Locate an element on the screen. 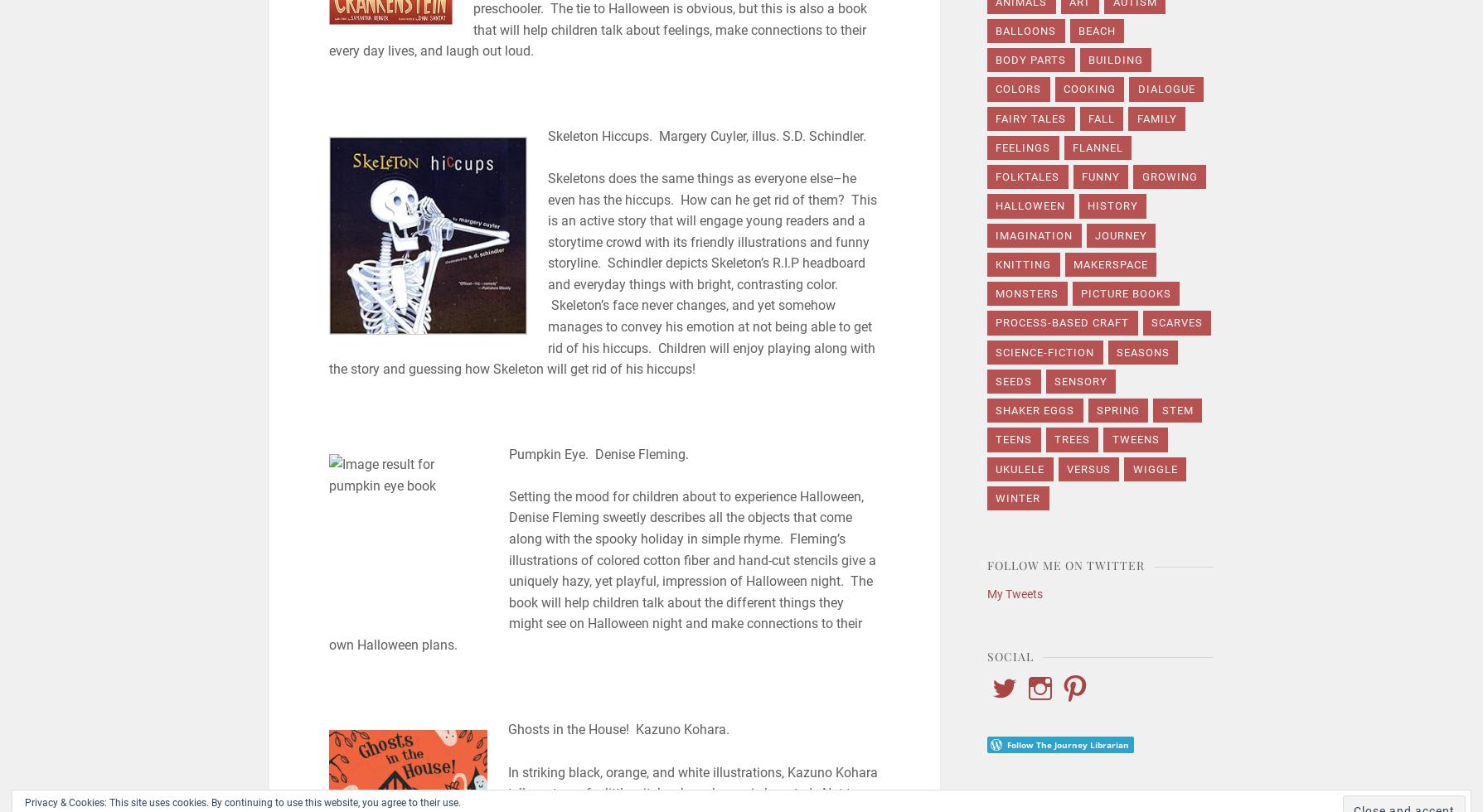 This screenshot has width=1483, height=812. 'wiggle' is located at coordinates (1154, 468).